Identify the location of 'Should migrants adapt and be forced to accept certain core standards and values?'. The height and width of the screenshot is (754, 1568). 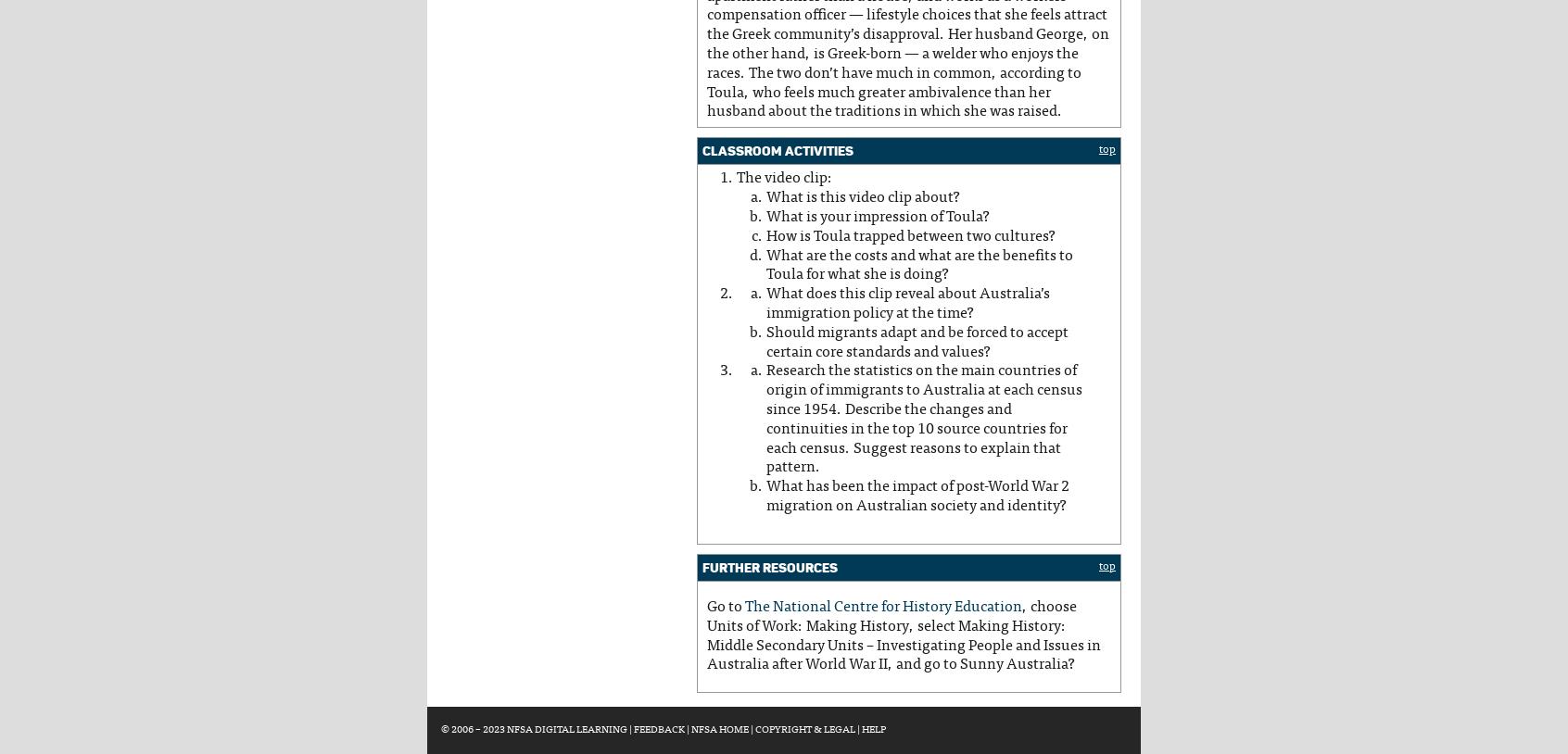
(916, 342).